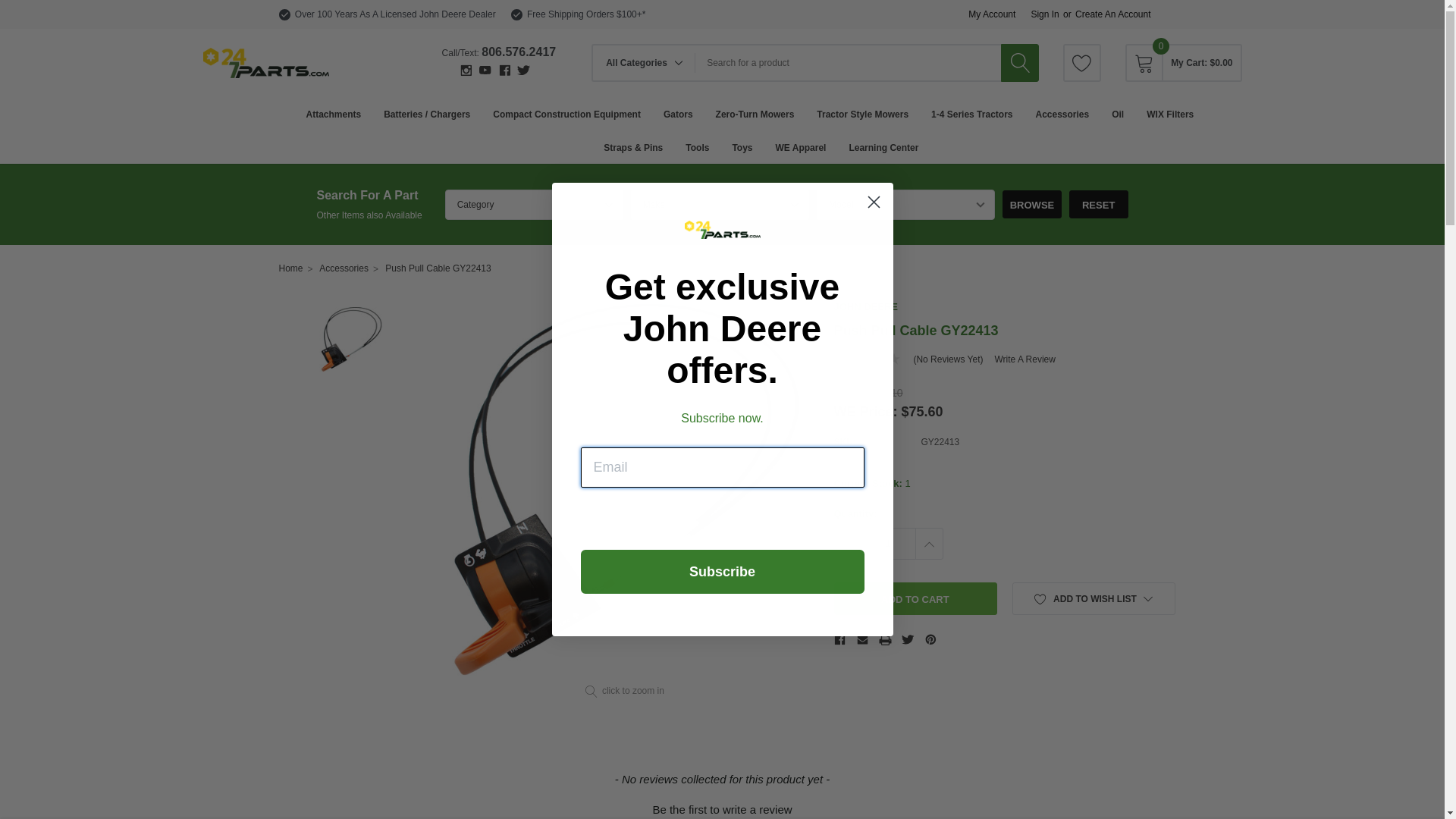 Image resolution: width=1456 pixels, height=819 pixels. Describe the element at coordinates (1031, 203) in the screenshot. I see `'BROWSE'` at that location.